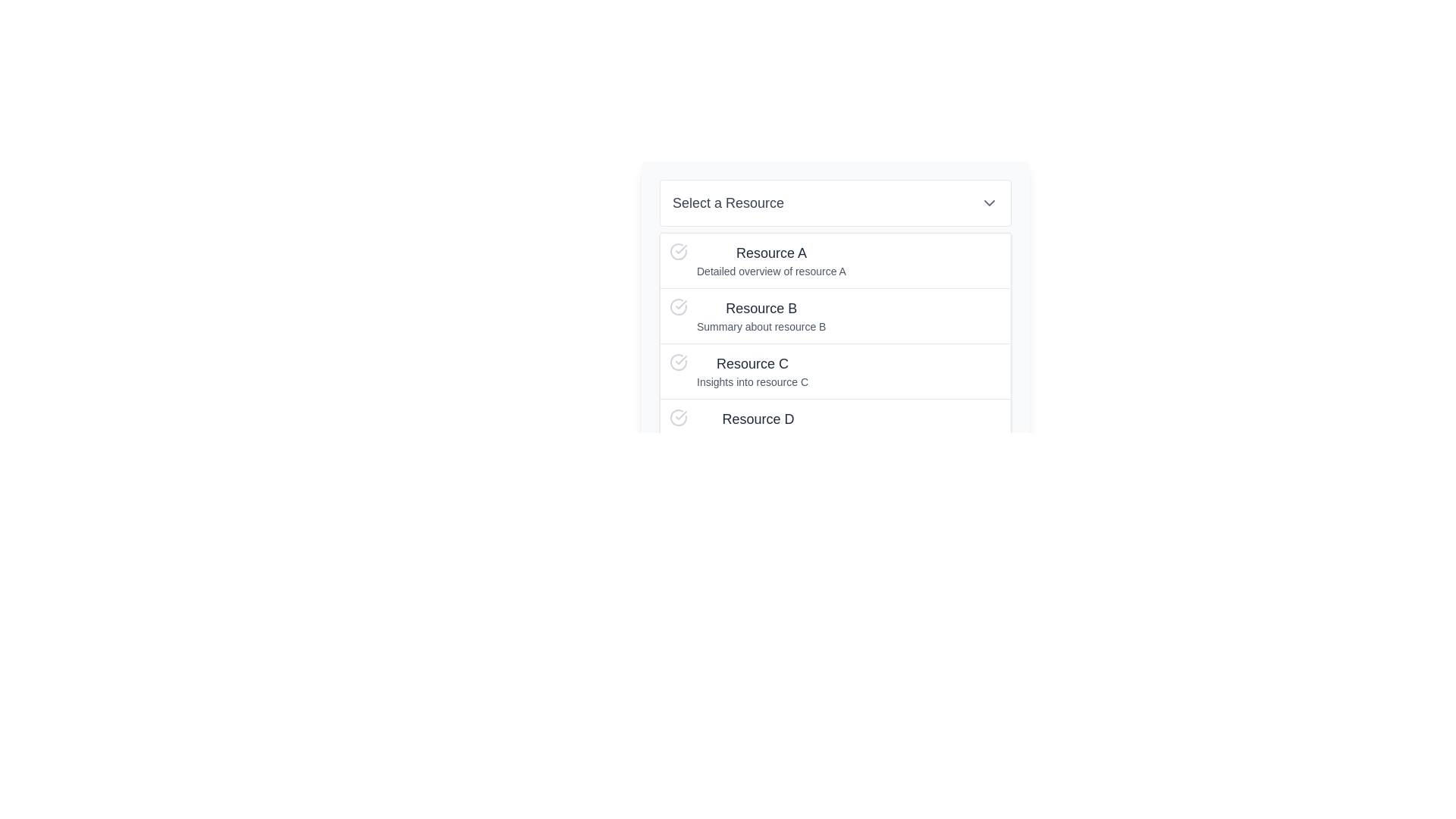  Describe the element at coordinates (771, 271) in the screenshot. I see `the text label reading 'Detailed overview of resource A', which is styled in a smaller font size and muted gray color, located directly below 'Resource A' in the vertical list of resources` at that location.